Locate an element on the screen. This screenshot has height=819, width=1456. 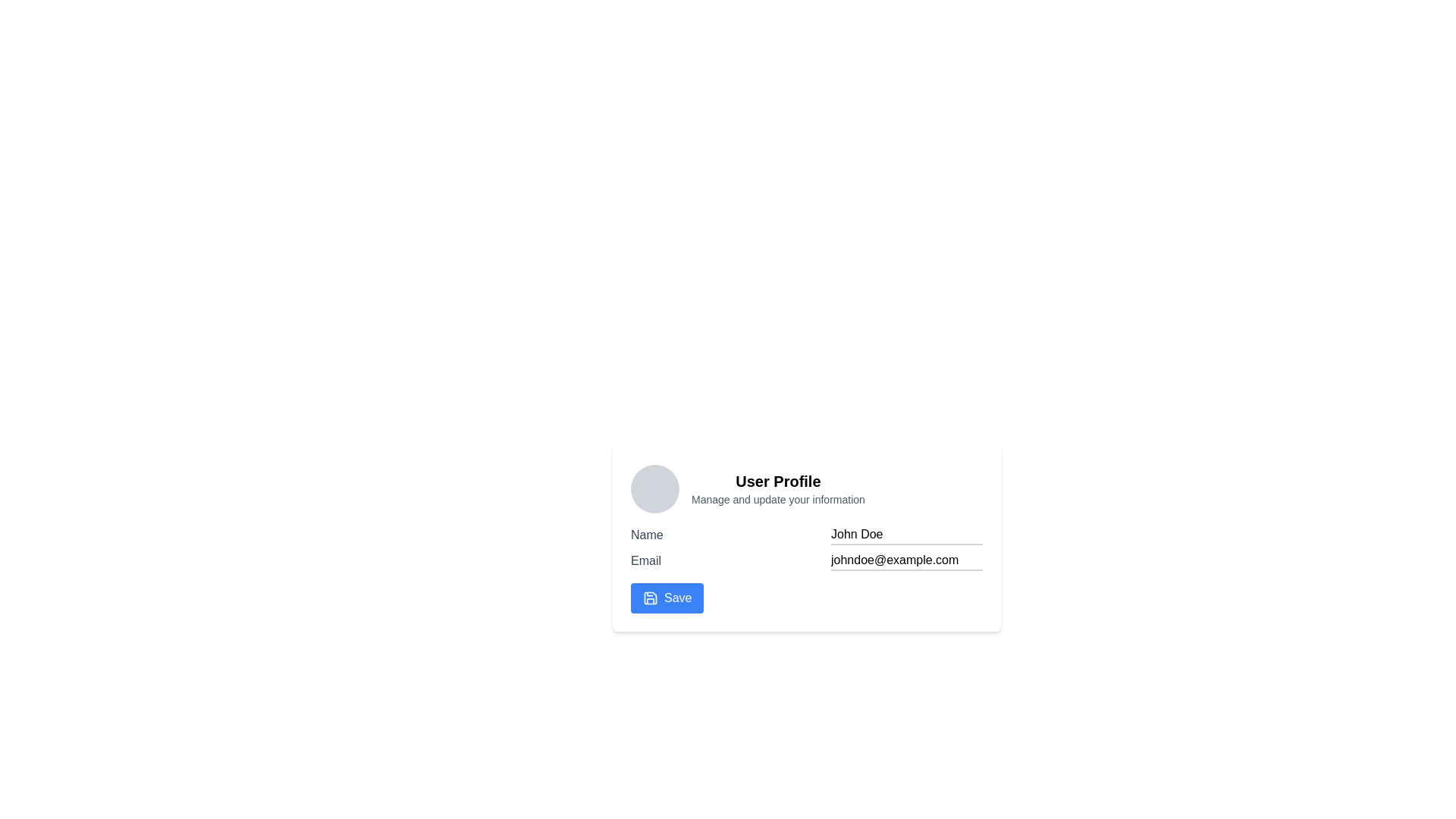
the static label text indicating the 'Name' input field, which is positioned above the text input field containing 'John Doe' is located at coordinates (647, 534).